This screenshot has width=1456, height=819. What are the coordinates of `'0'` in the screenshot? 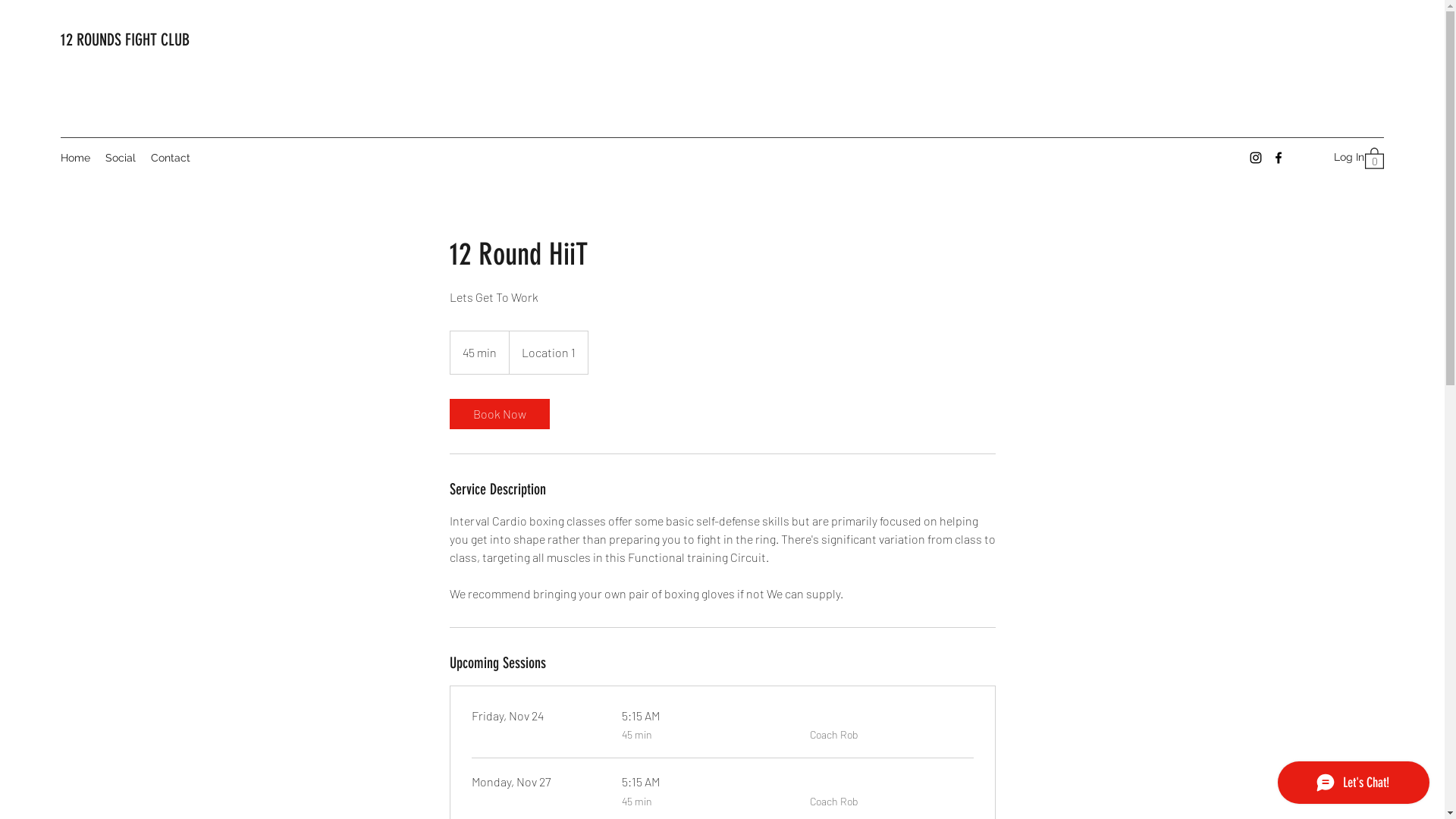 It's located at (1374, 158).